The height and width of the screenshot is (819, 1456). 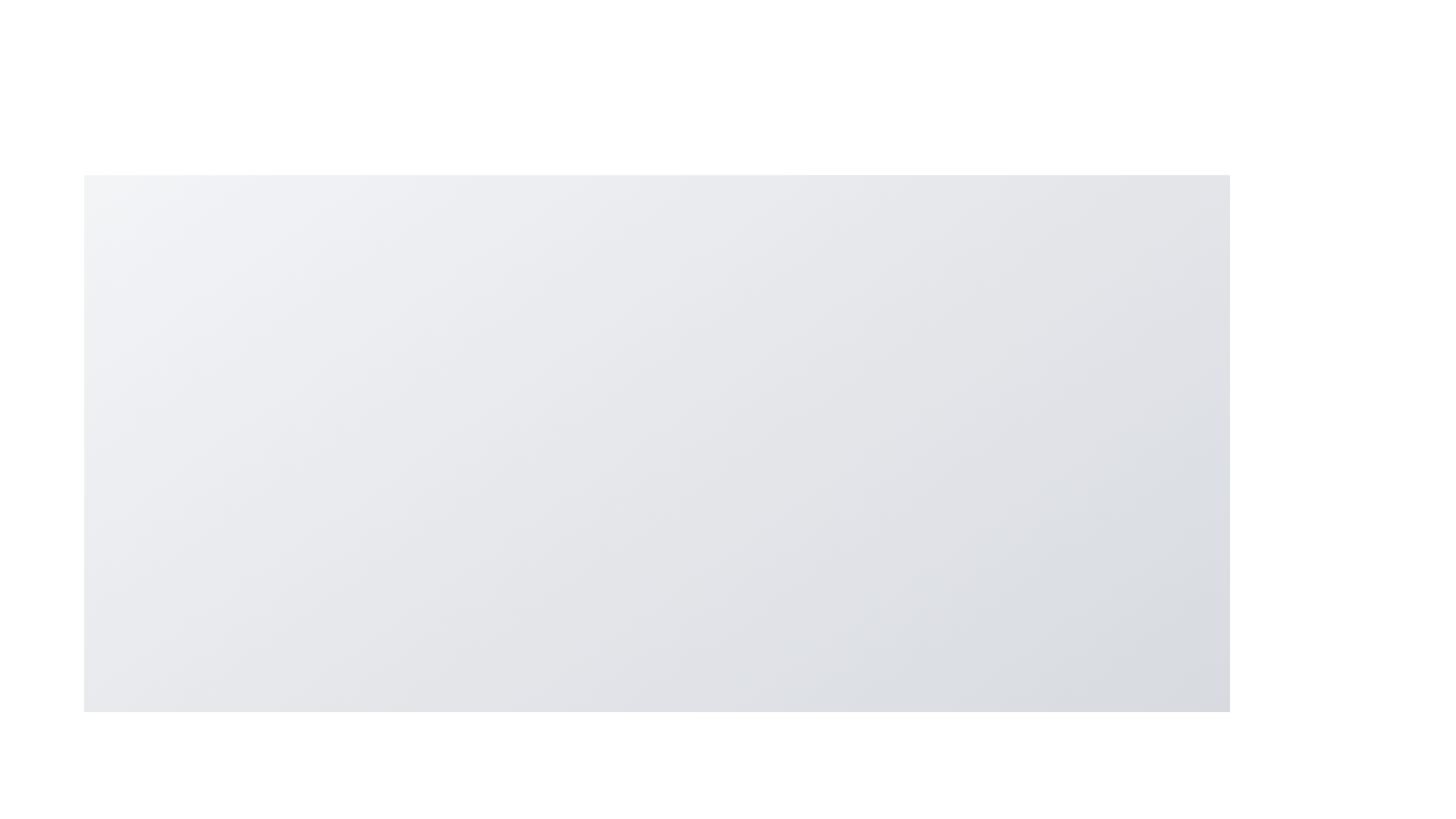 I want to click on the Archive button in the speed dial menu, so click(x=1164, y=814).